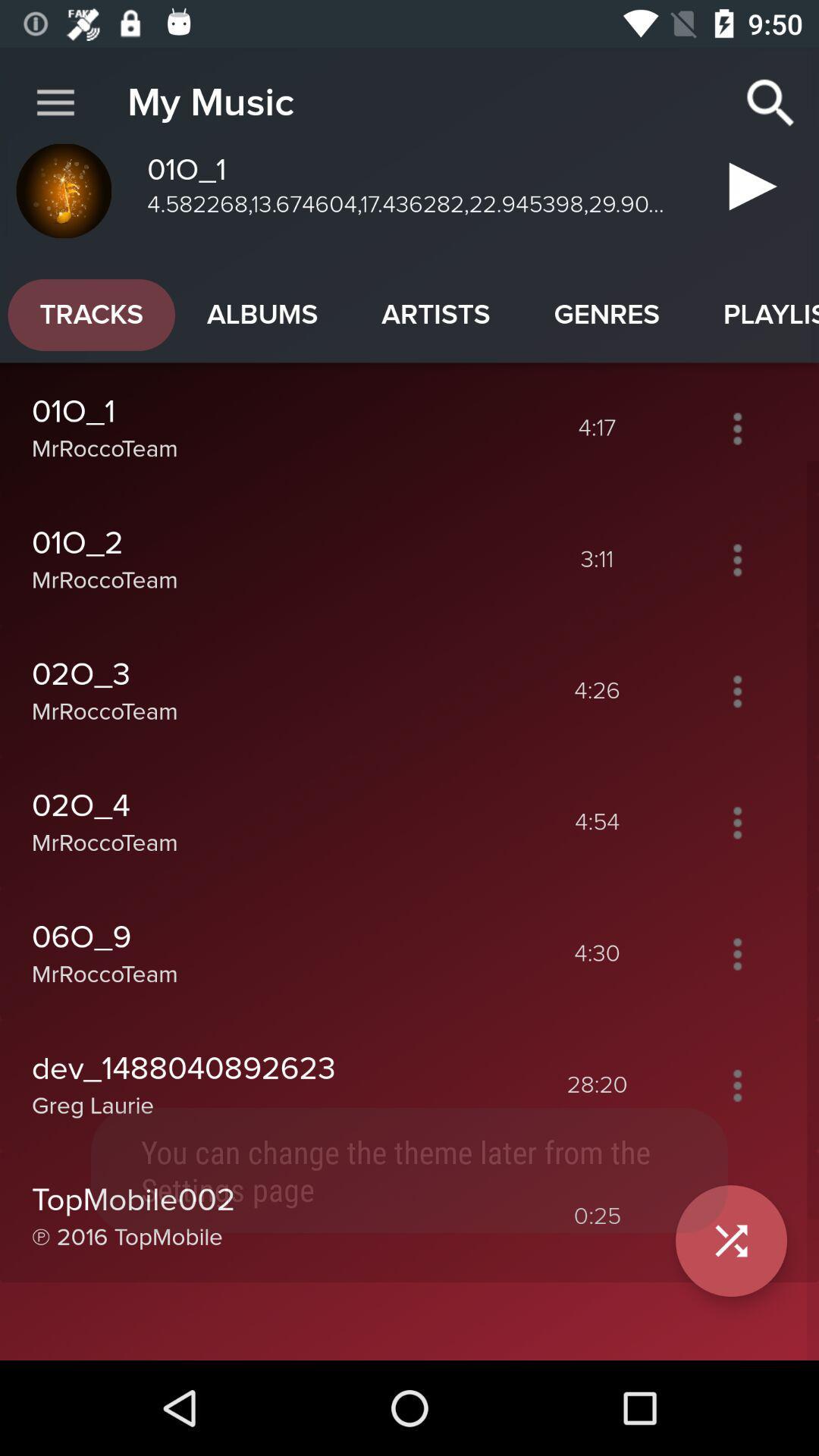 The width and height of the screenshot is (819, 1456). I want to click on open options, so click(736, 428).